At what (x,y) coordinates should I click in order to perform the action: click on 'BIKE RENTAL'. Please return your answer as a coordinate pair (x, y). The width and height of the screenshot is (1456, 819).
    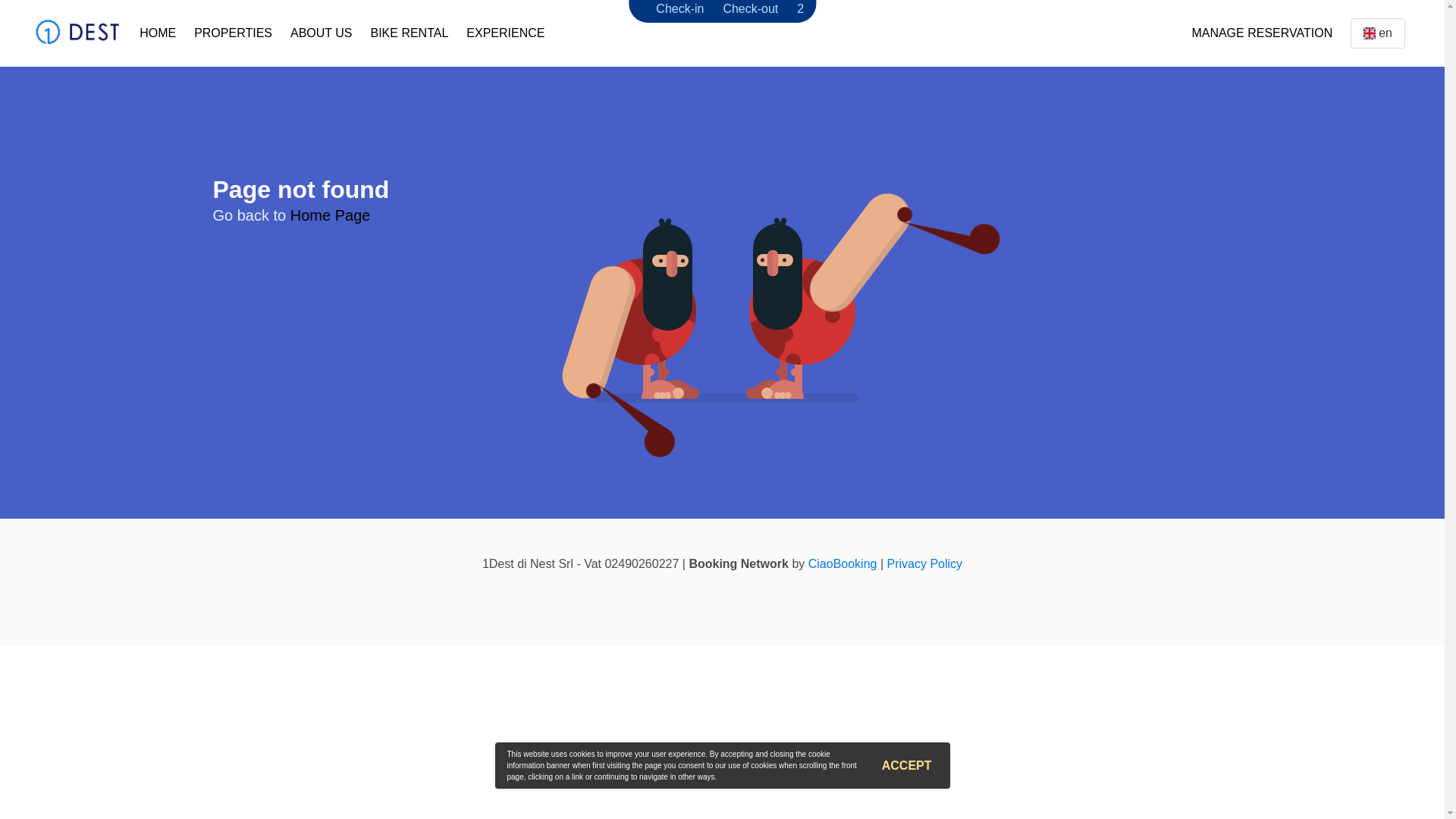
    Looking at the image, I should click on (359, 33).